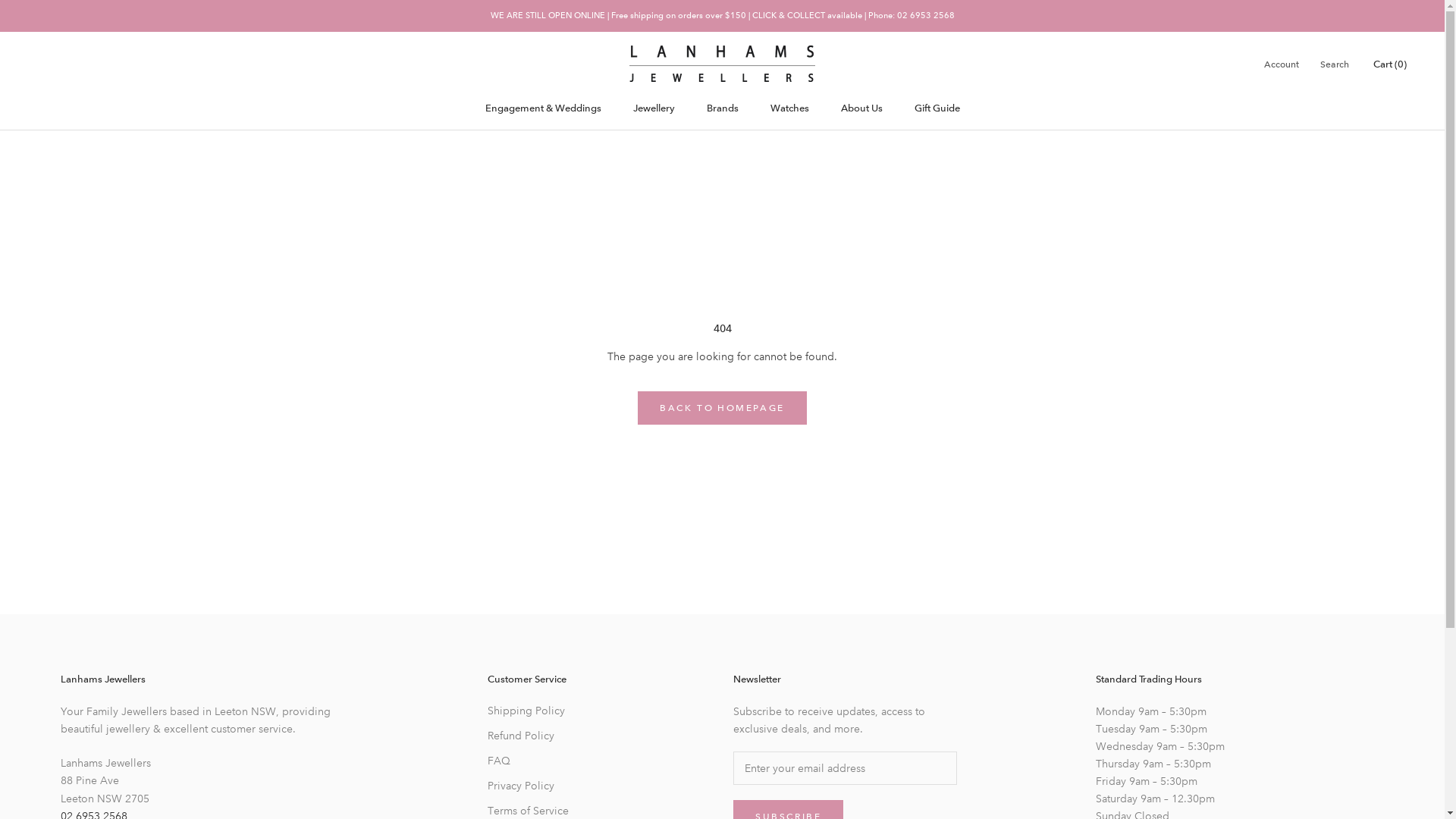  What do you see at coordinates (1335, 64) in the screenshot?
I see `'Search'` at bounding box center [1335, 64].